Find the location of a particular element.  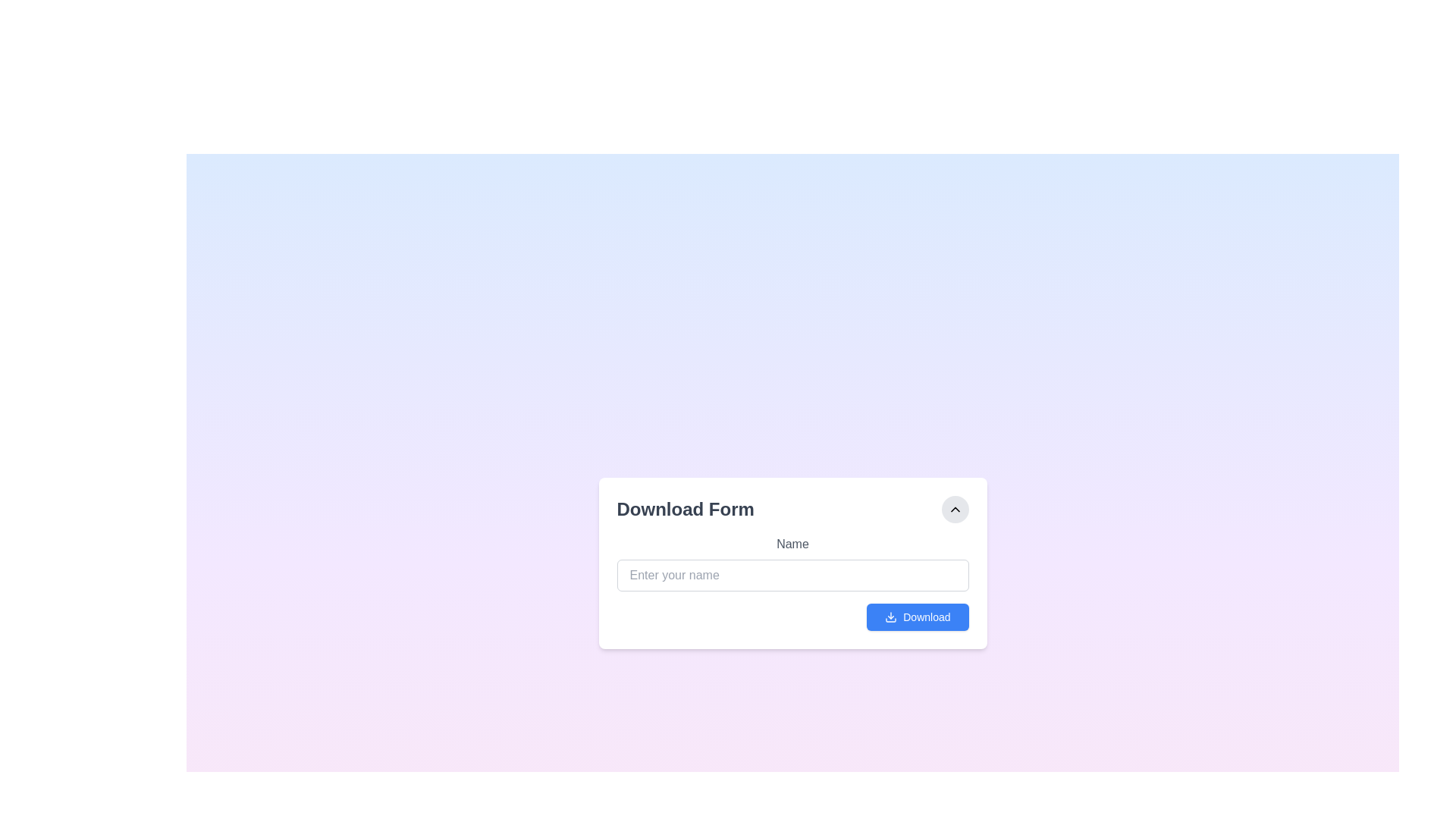

the 'Name' label, which is a medium gray text styled in sans-serif, positioned above the 'Enter your name' input field in the 'Download Form' card is located at coordinates (792, 543).